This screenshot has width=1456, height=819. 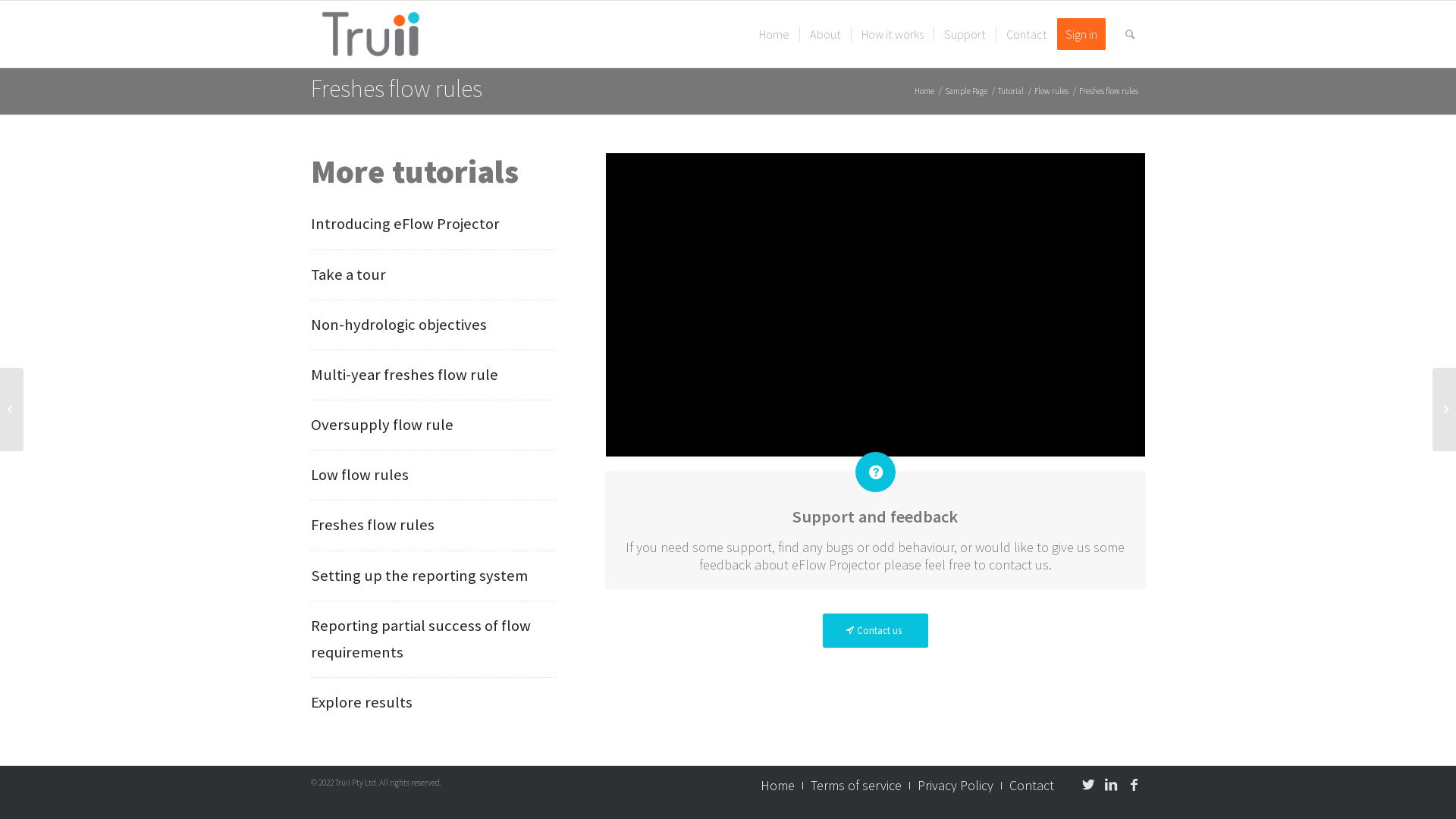 I want to click on 'Support', so click(x=964, y=34).